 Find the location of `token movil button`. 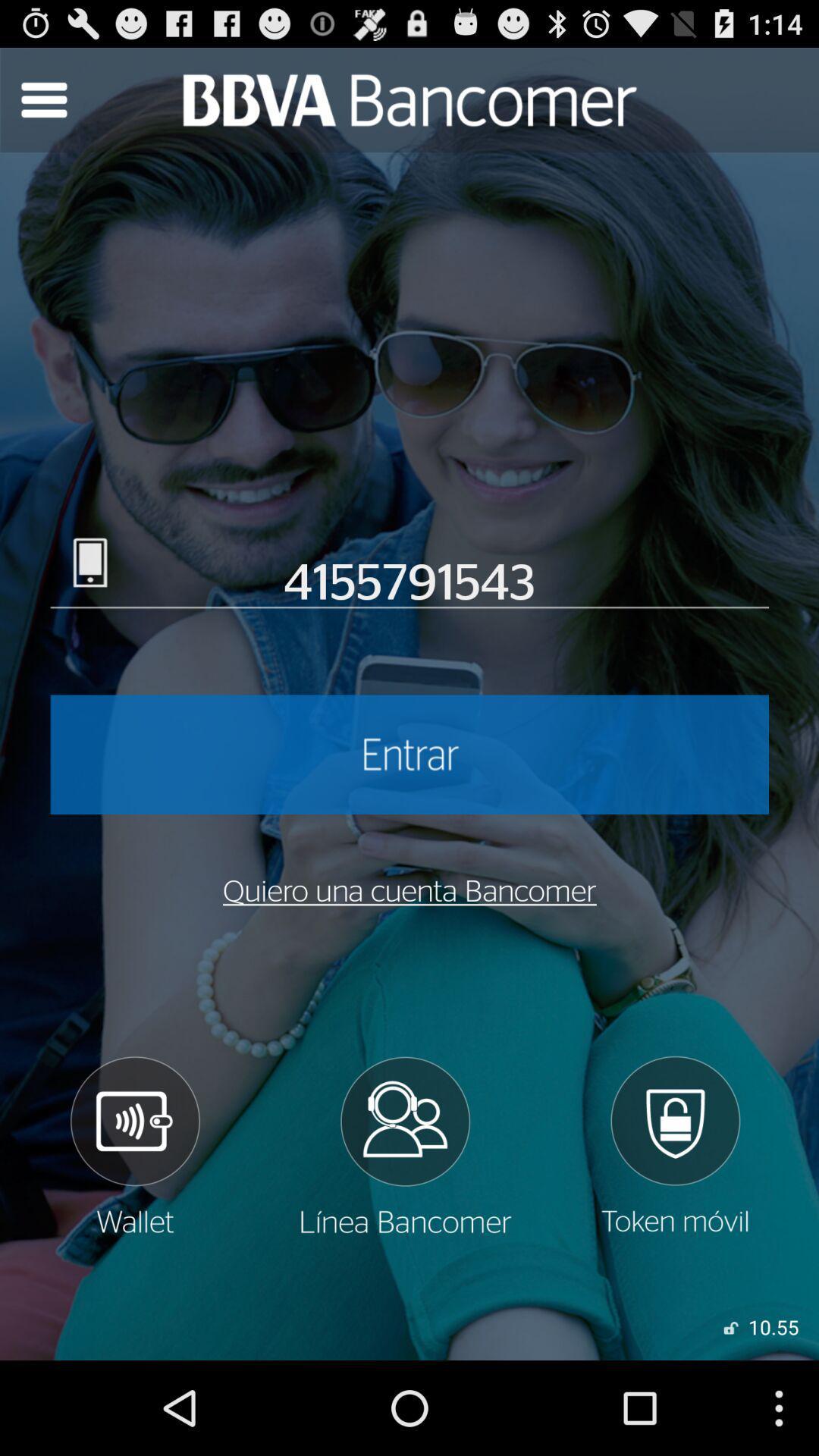

token movil button is located at coordinates (674, 1146).